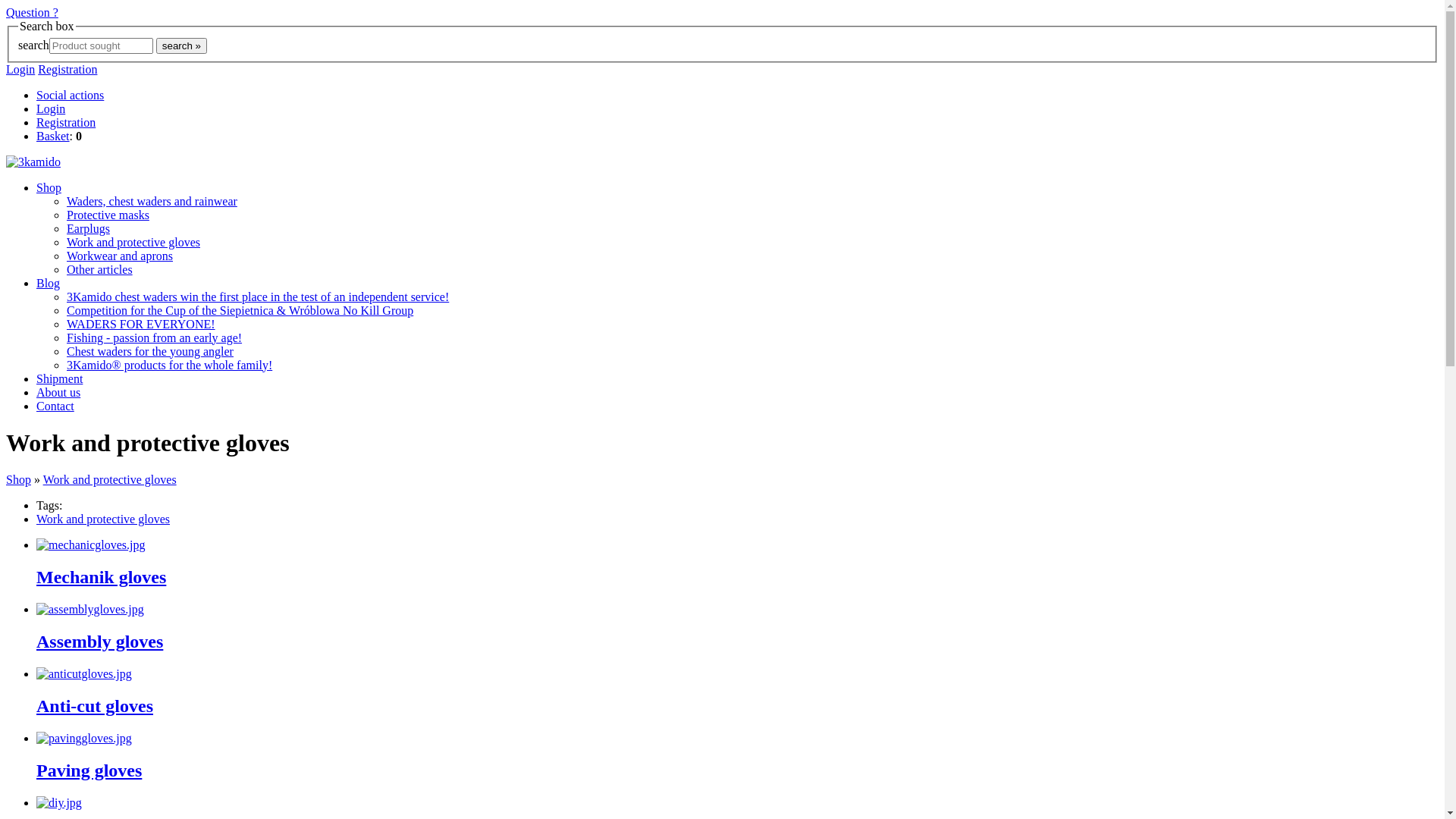  Describe the element at coordinates (93, 705) in the screenshot. I see `'Anti-cut gloves'` at that location.